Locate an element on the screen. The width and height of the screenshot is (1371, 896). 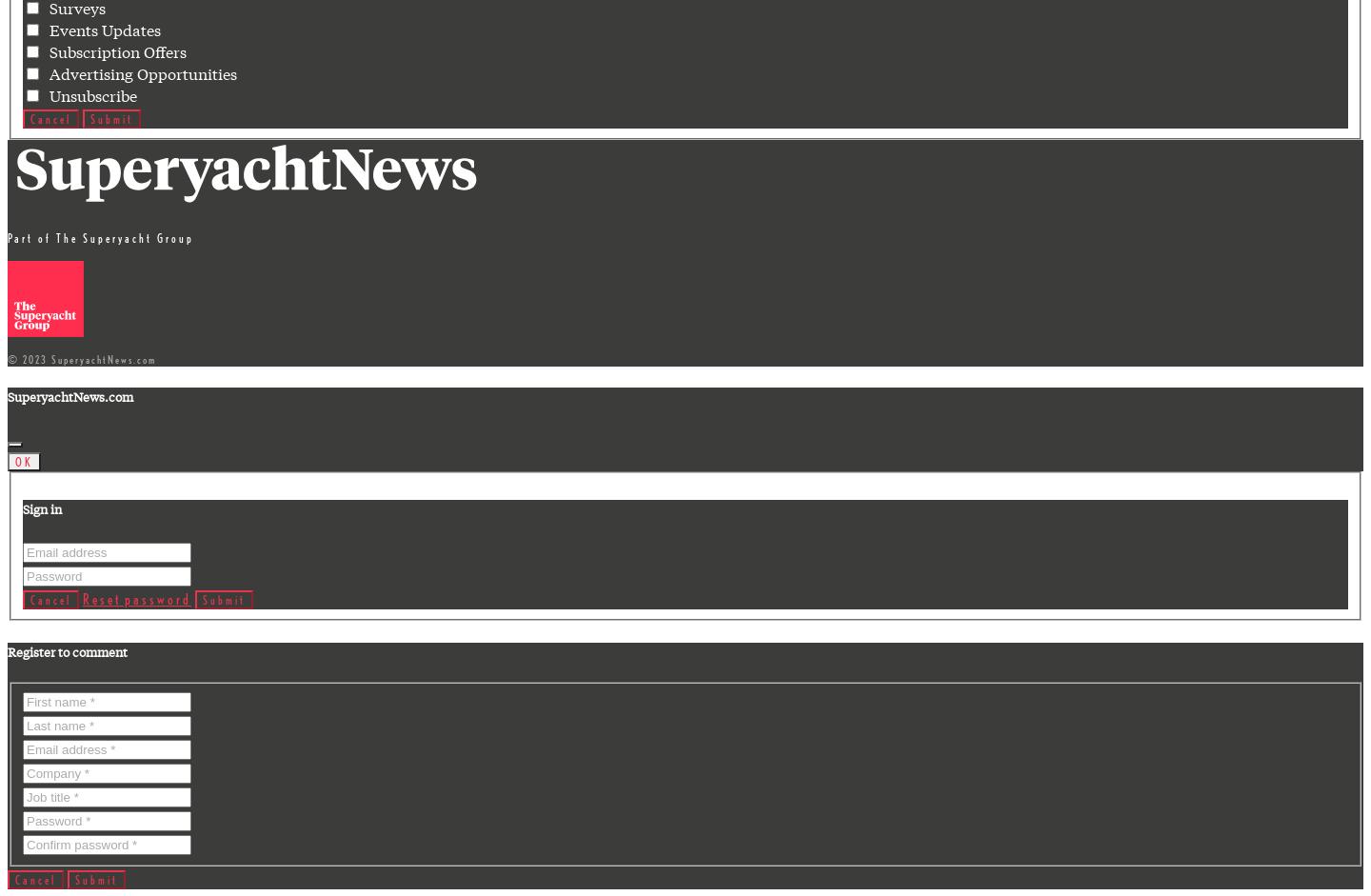
'Unsubscribe' is located at coordinates (89, 94).